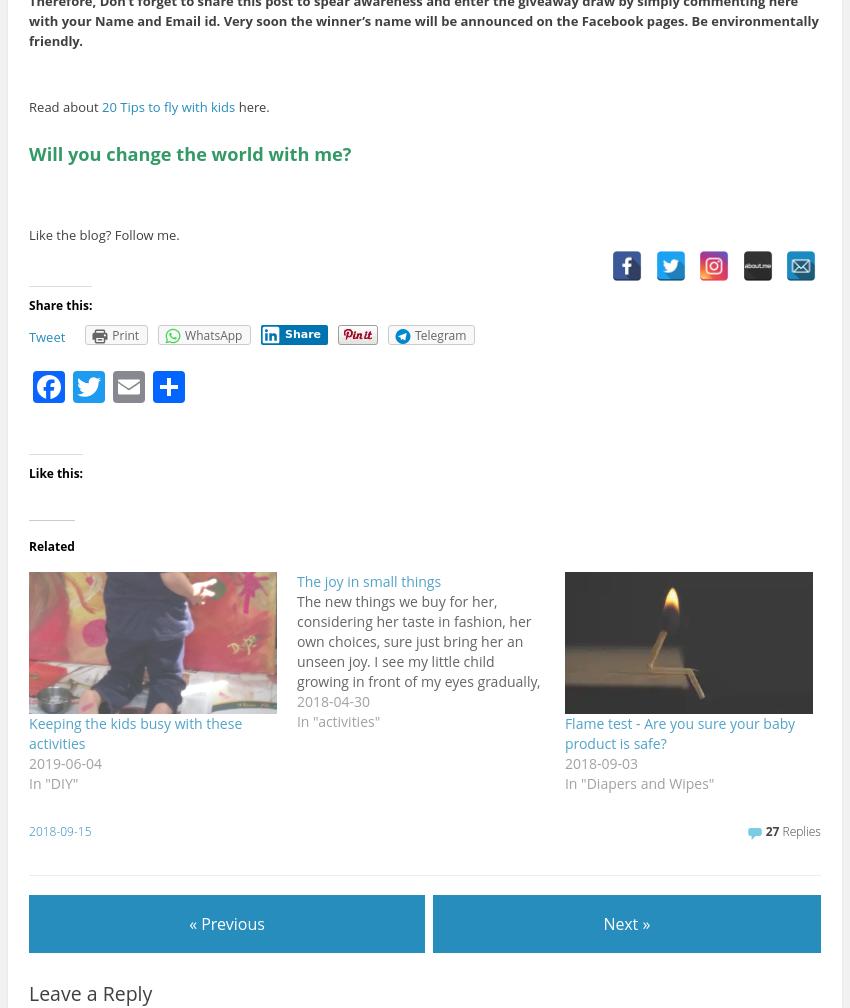  What do you see at coordinates (60, 305) in the screenshot?
I see `'Share this:'` at bounding box center [60, 305].